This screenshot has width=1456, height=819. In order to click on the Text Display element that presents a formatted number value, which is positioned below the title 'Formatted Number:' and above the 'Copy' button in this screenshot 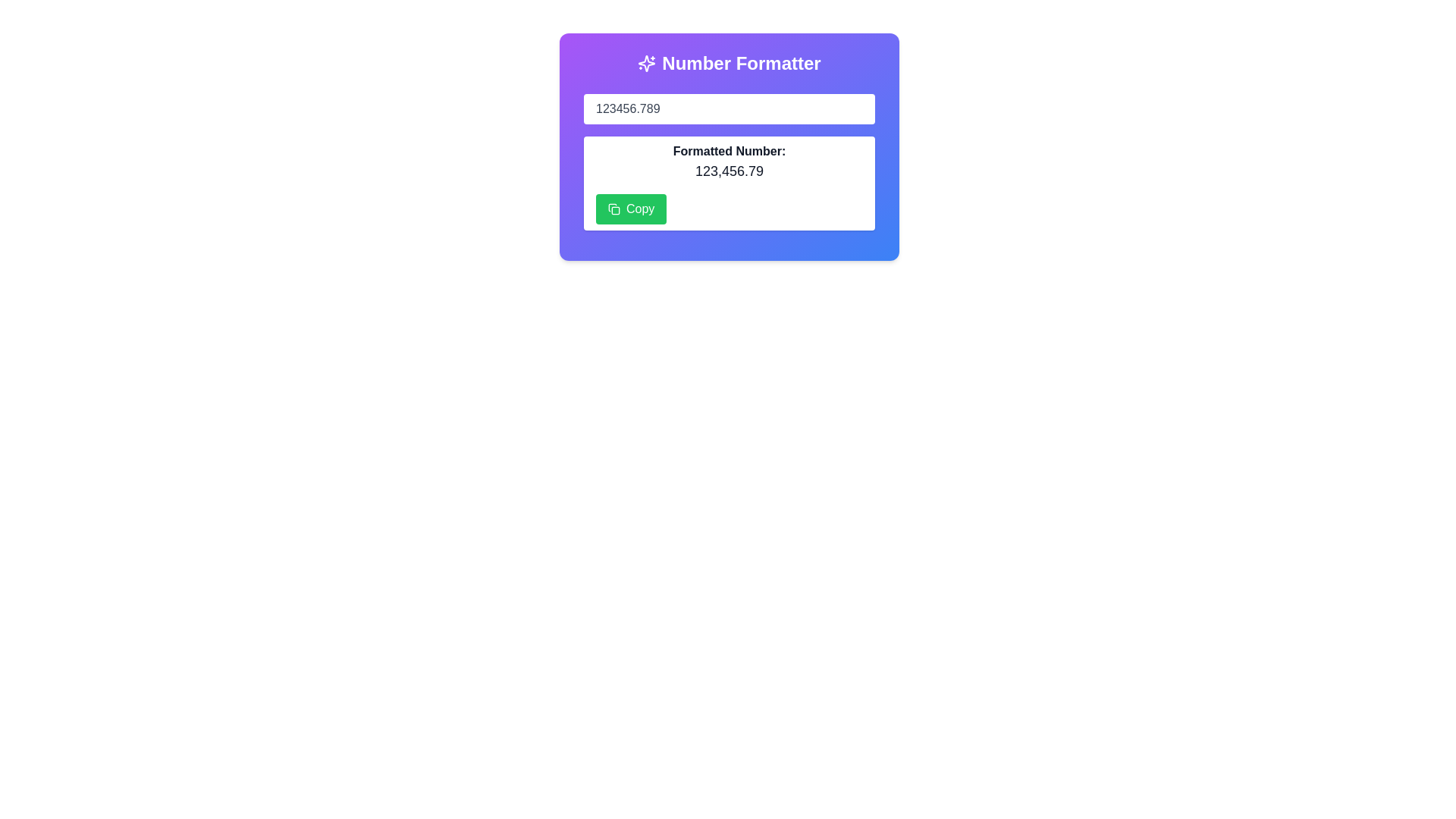, I will do `click(729, 171)`.